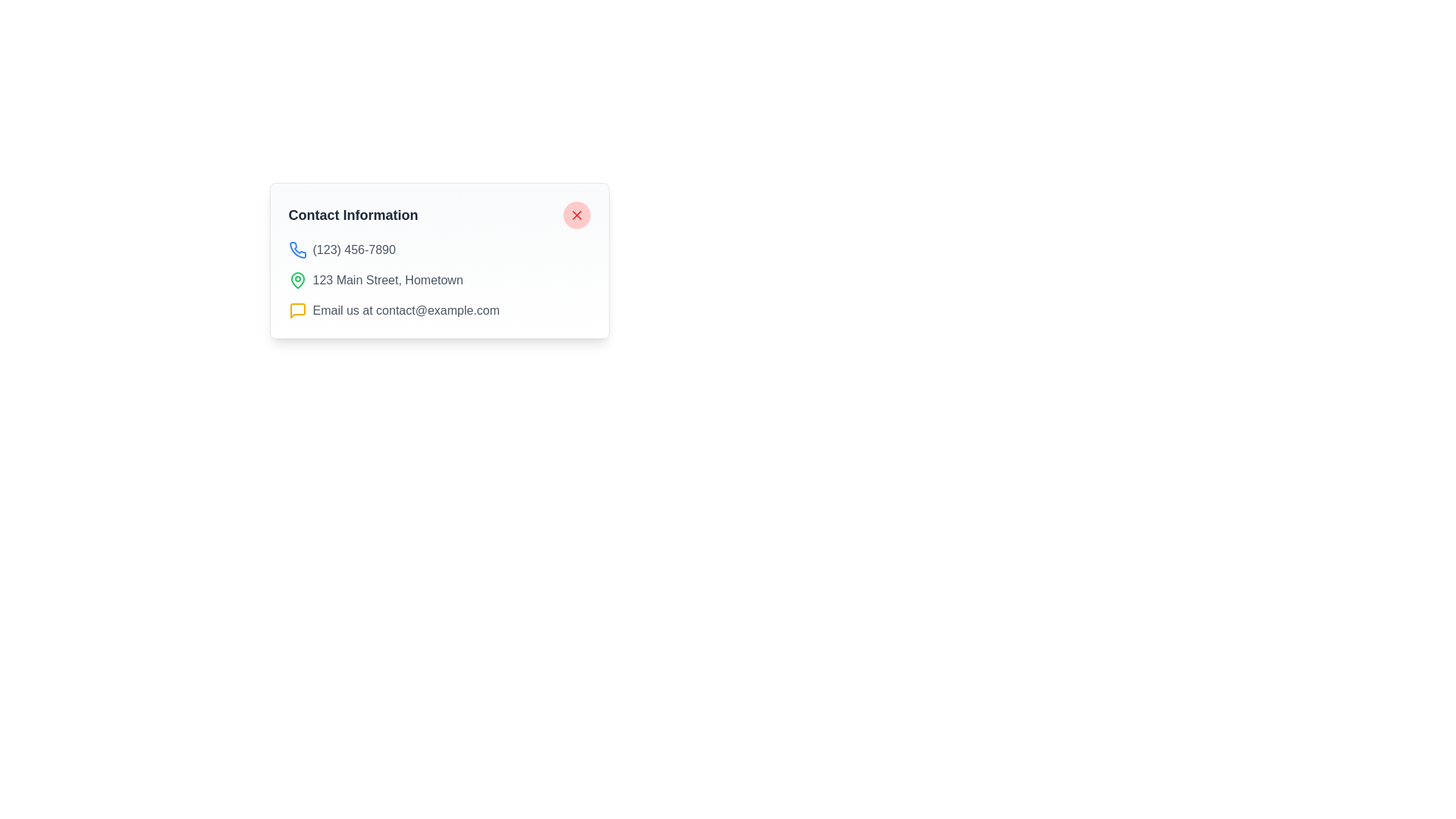 The width and height of the screenshot is (1456, 819). What do you see at coordinates (388, 281) in the screenshot?
I see `the text displaying '123 Main Street, Hometown' in the contact information card, which is styled in gray and located to the right of a green location icon` at bounding box center [388, 281].